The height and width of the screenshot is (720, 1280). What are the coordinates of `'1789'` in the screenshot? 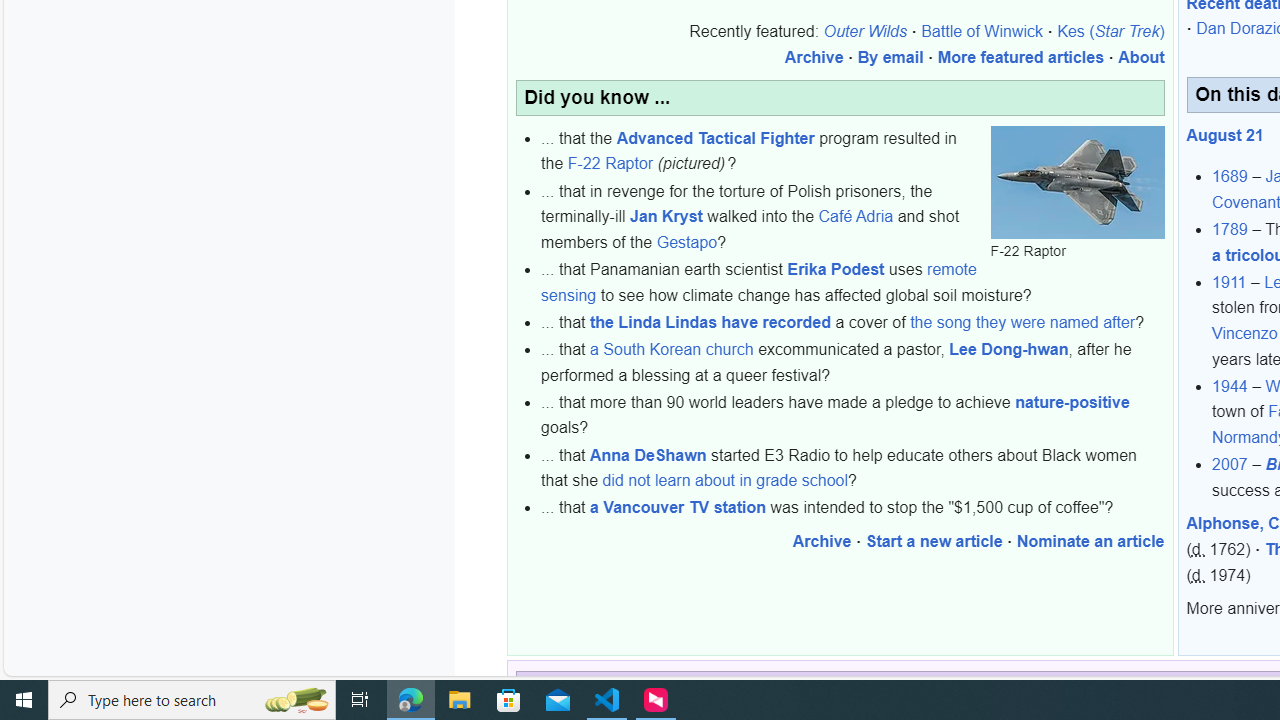 It's located at (1229, 229).